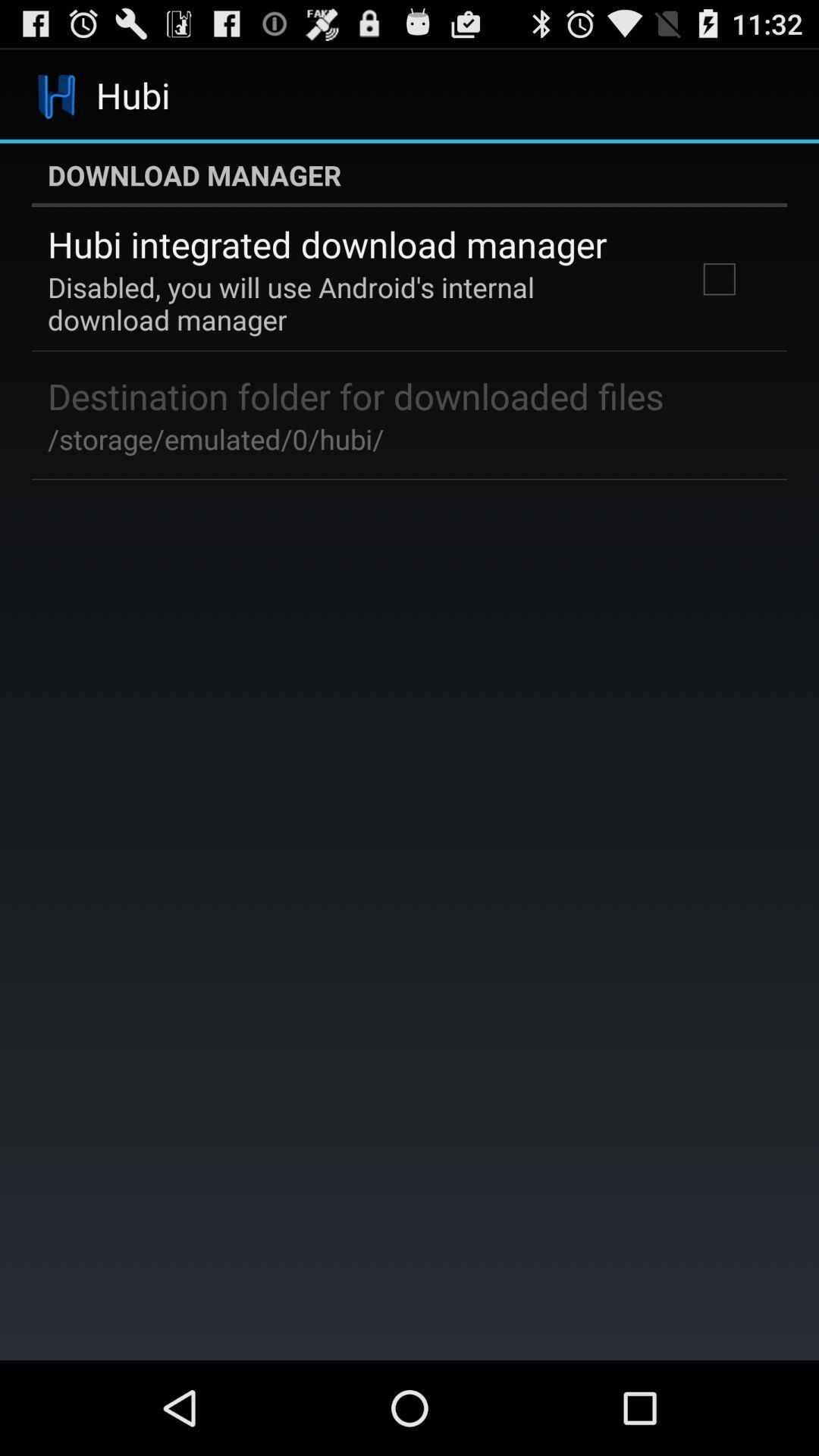 The width and height of the screenshot is (819, 1456). I want to click on destination folder for, so click(356, 396).